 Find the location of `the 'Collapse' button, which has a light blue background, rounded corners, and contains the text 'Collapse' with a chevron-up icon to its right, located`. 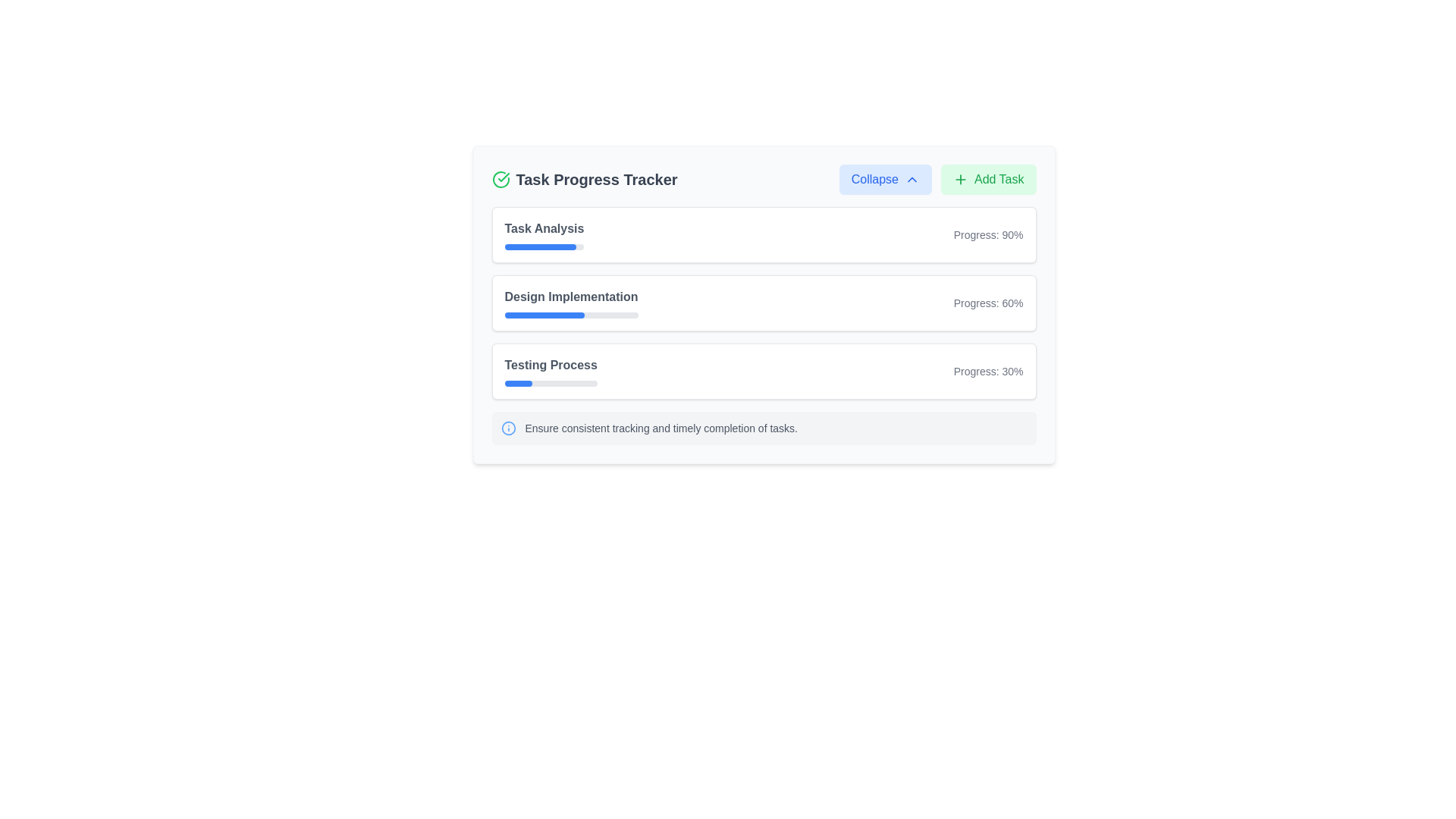

the 'Collapse' button, which has a light blue background, rounded corners, and contains the text 'Collapse' with a chevron-up icon to its right, located is located at coordinates (885, 178).